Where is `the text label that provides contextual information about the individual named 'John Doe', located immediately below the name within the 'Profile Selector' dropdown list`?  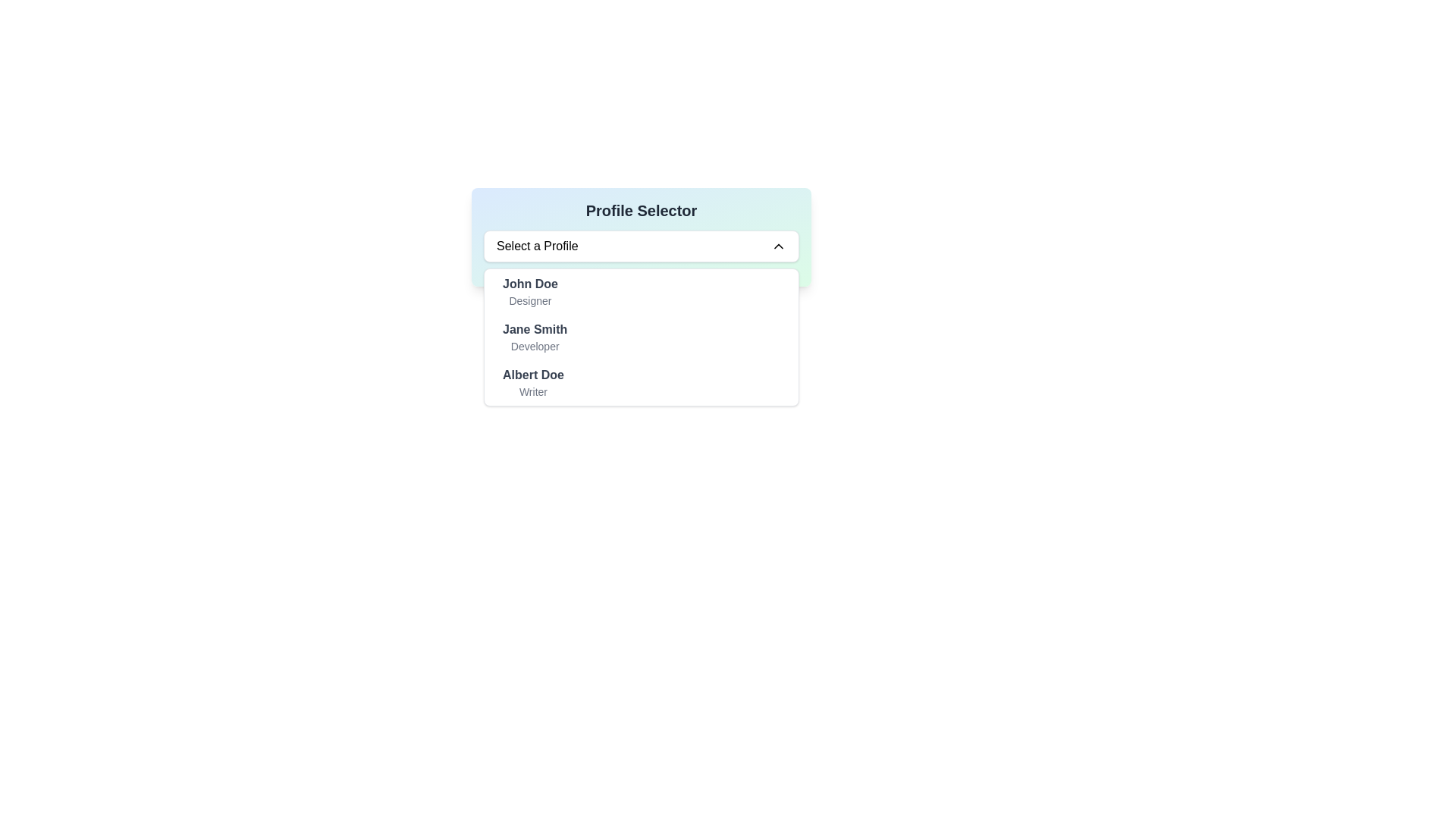
the text label that provides contextual information about the individual named 'John Doe', located immediately below the name within the 'Profile Selector' dropdown list is located at coordinates (530, 301).